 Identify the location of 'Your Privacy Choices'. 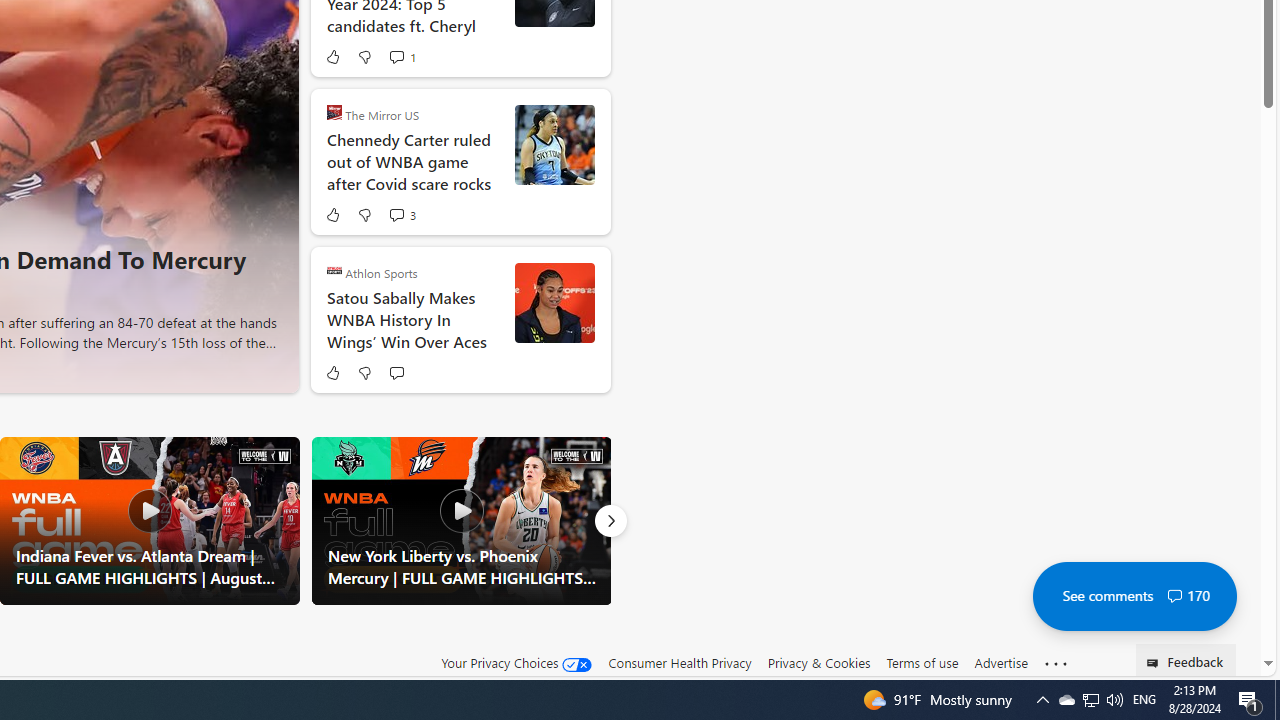
(517, 662).